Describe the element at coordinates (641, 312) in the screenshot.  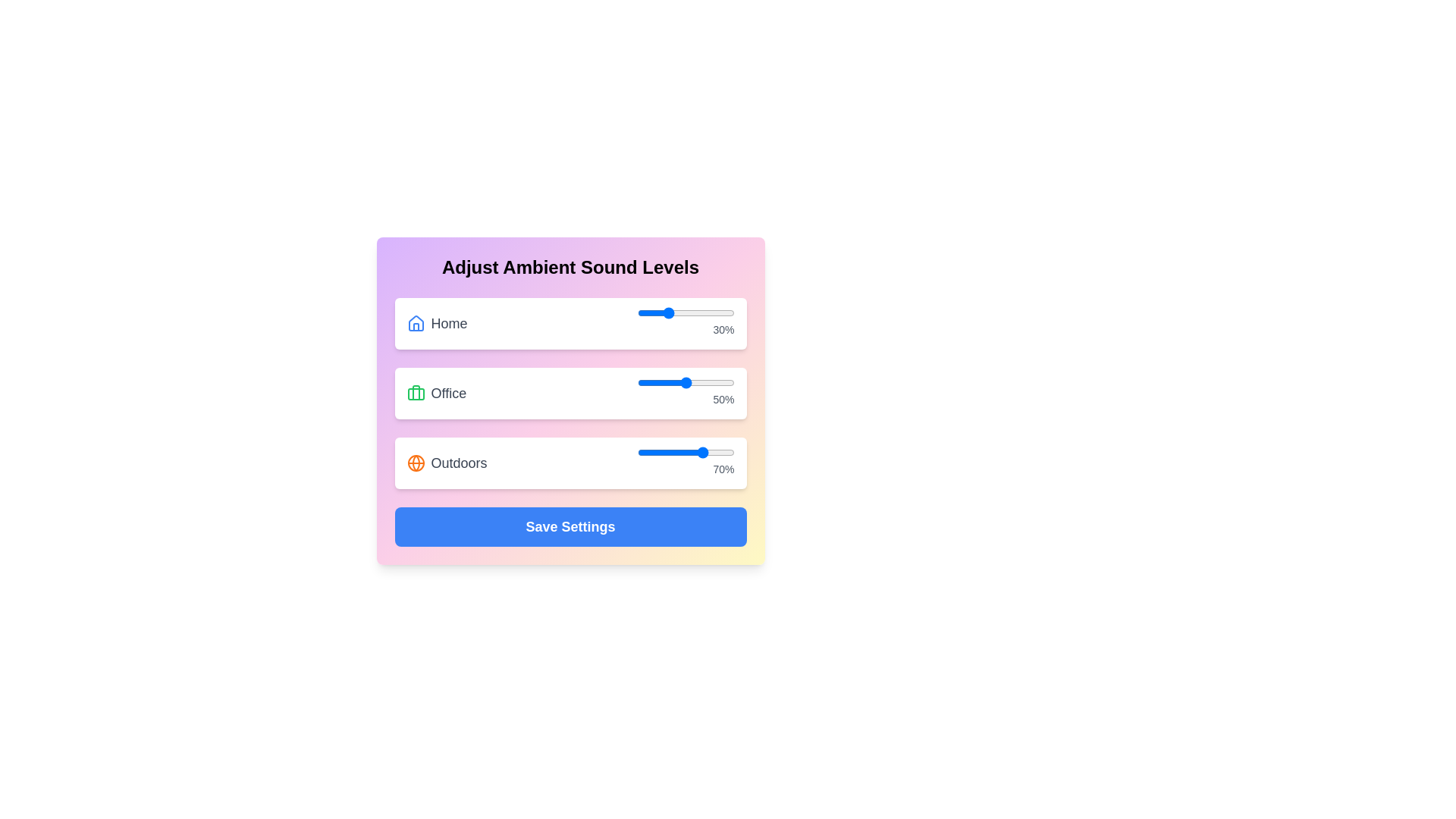
I see `the Home sound level slider to 4%` at that location.